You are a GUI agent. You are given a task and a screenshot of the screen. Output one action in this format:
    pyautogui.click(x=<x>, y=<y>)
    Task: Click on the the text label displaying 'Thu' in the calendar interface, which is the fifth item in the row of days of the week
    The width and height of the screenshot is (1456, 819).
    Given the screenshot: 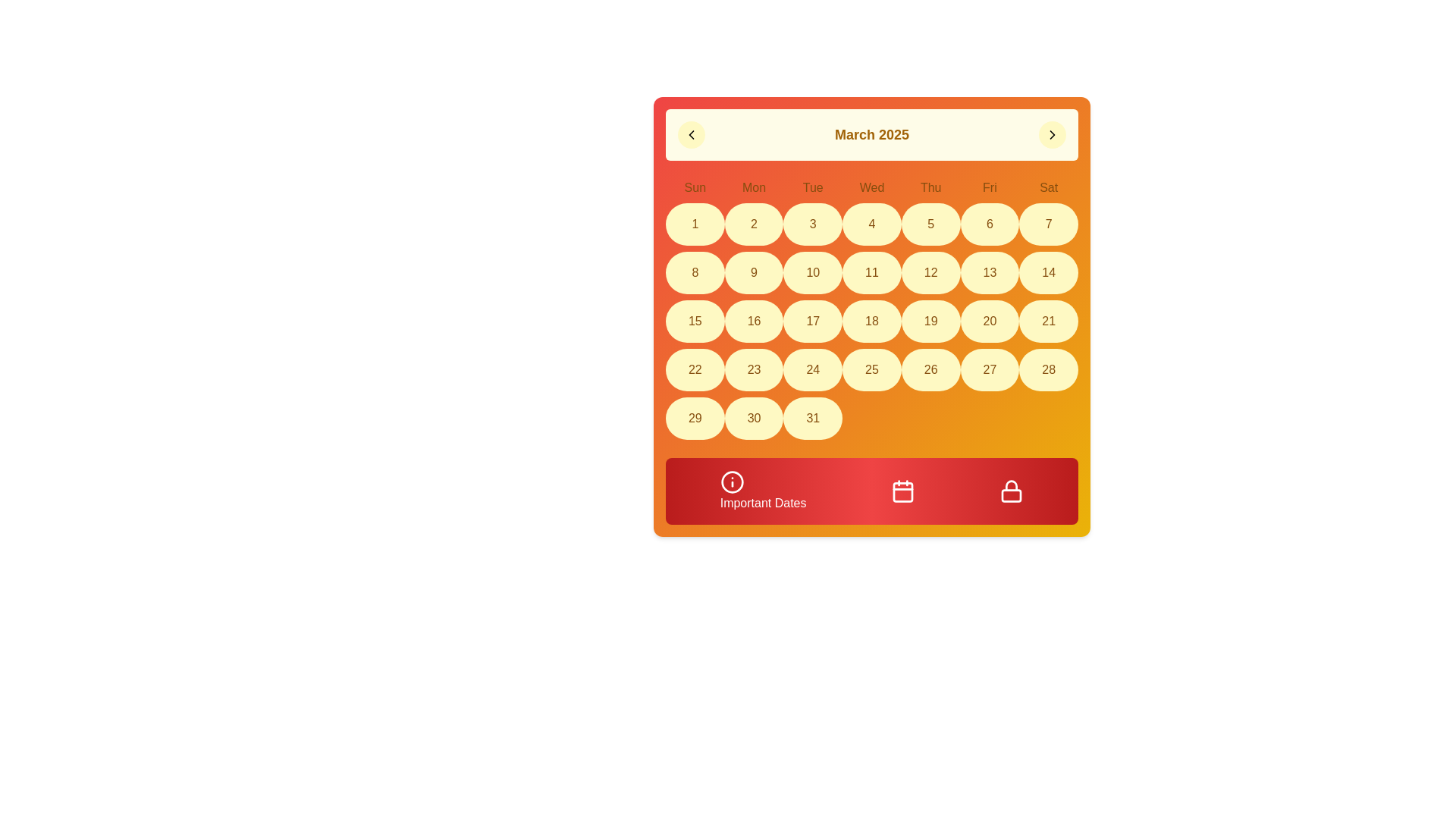 What is the action you would take?
    pyautogui.click(x=930, y=187)
    